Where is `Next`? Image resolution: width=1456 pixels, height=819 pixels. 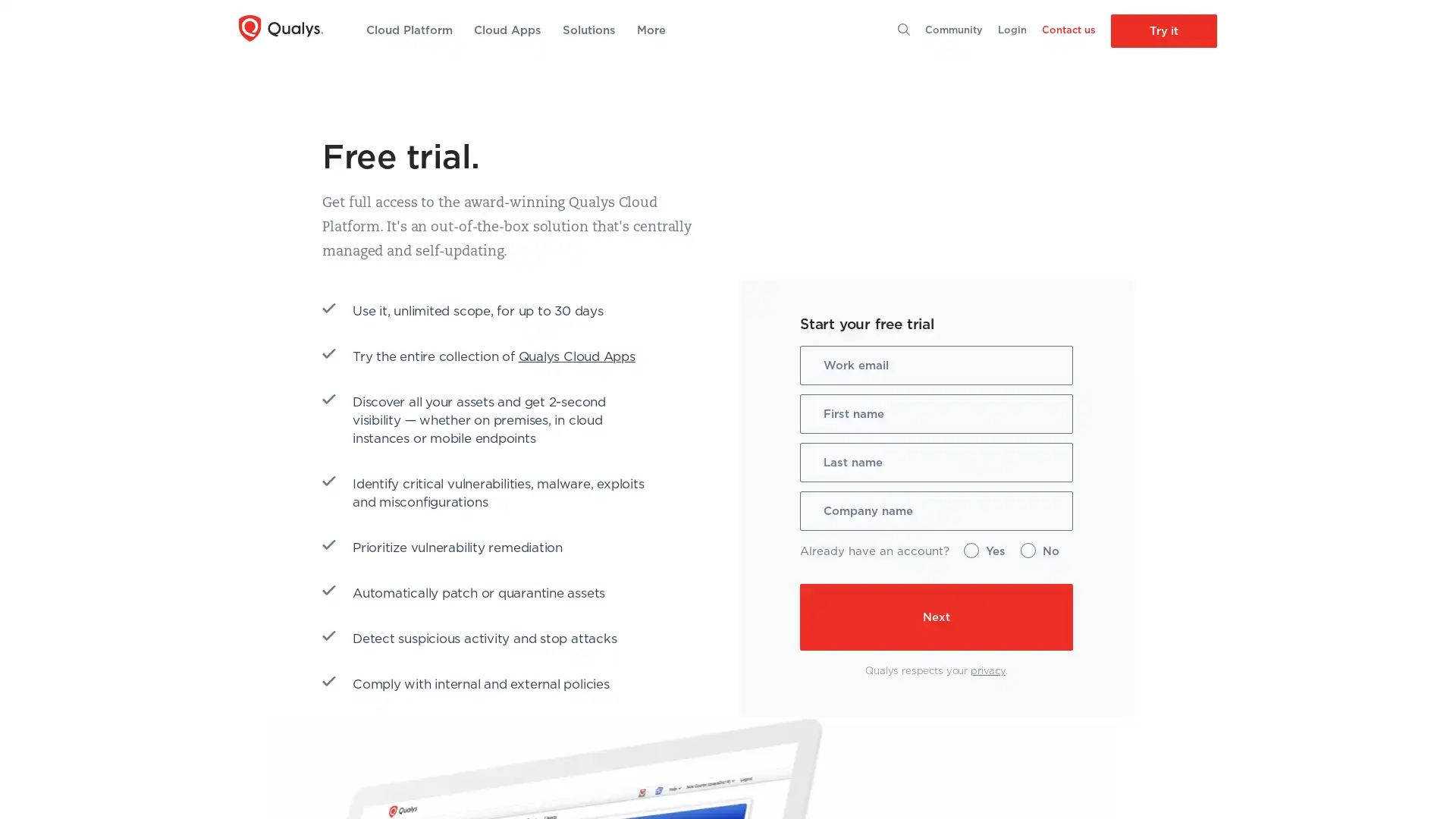 Next is located at coordinates (818, 617).